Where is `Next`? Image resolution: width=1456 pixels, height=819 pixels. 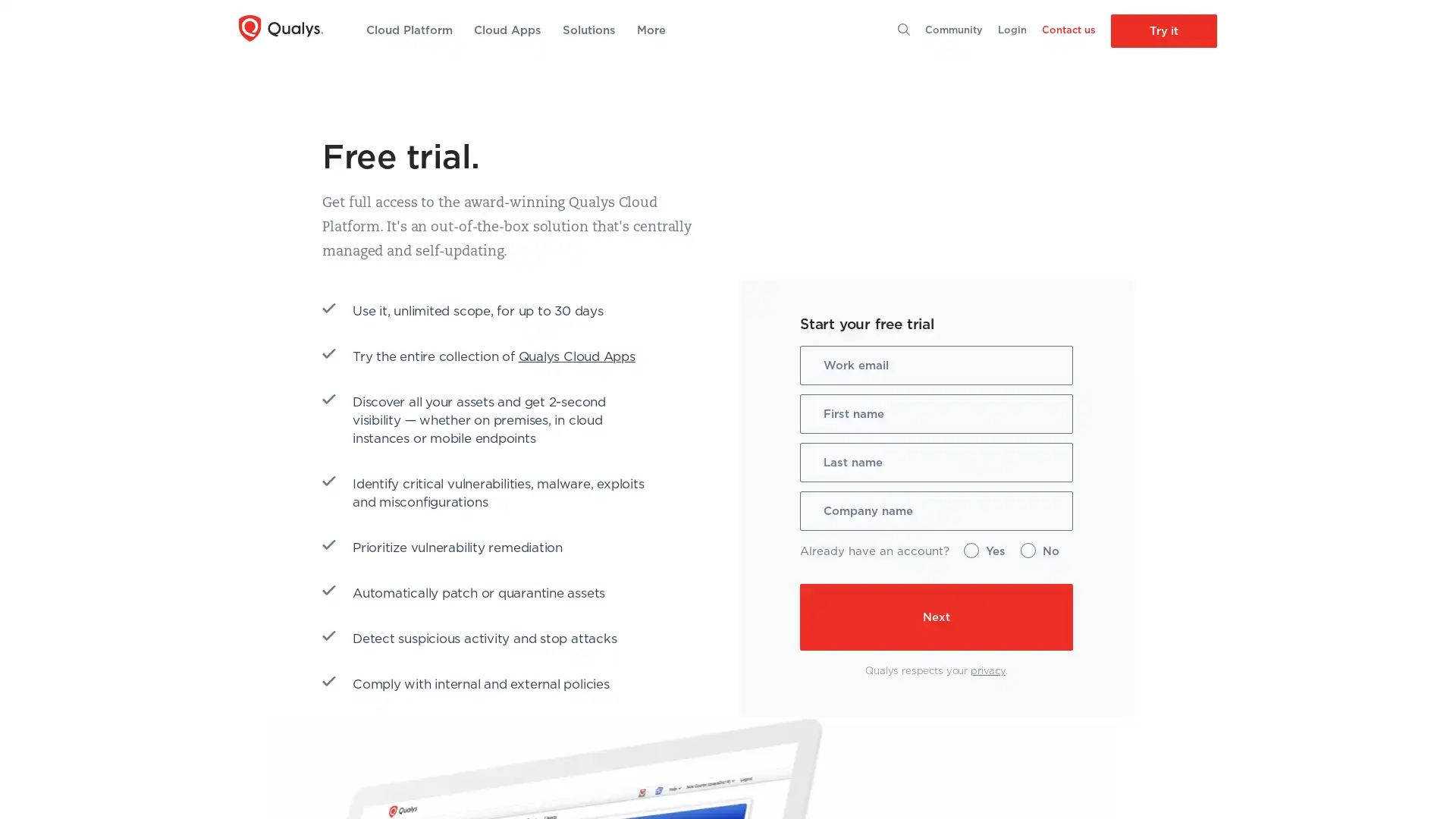 Next is located at coordinates (818, 617).